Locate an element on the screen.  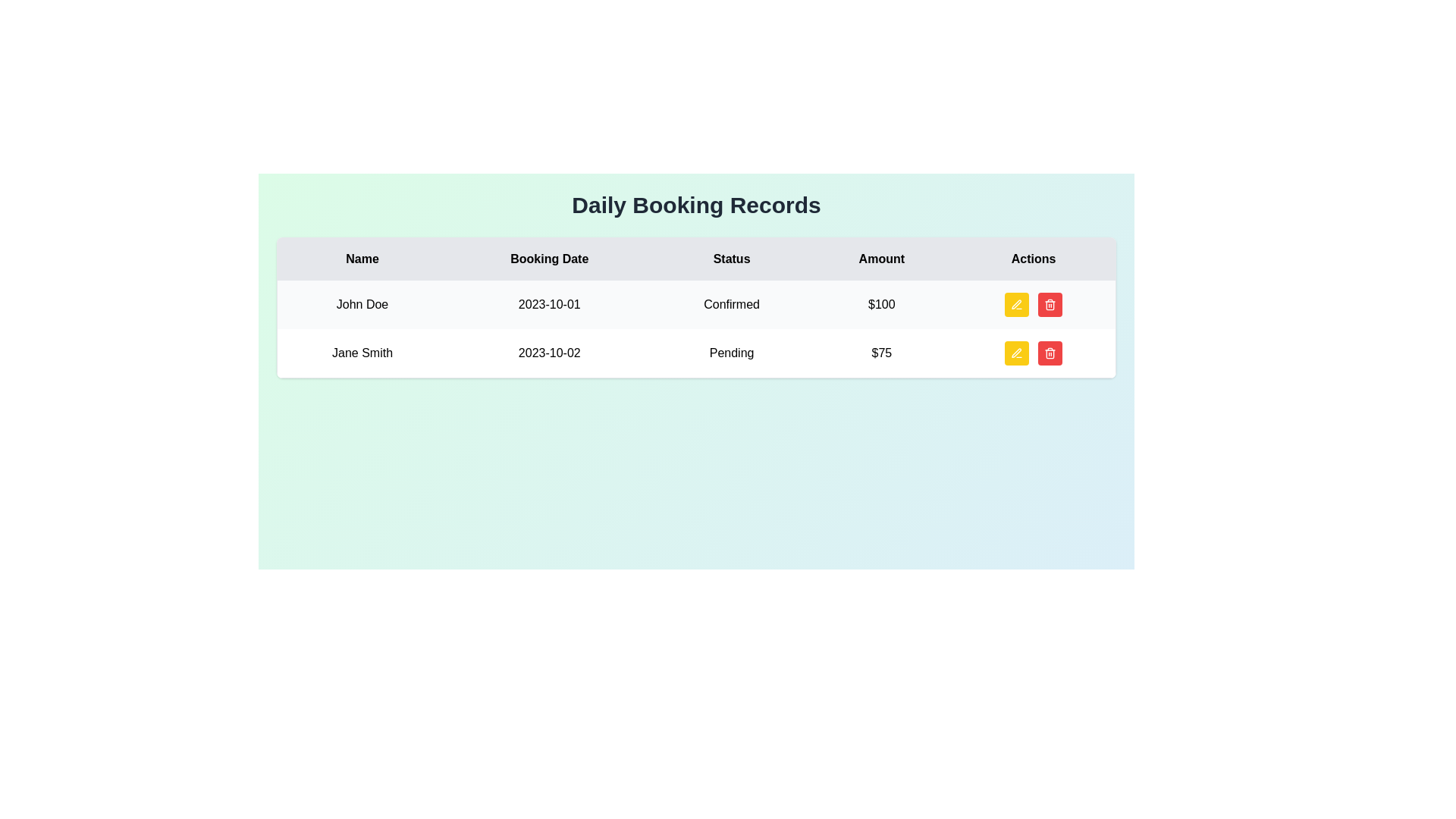
the 'Name' text label located in the top-left portion of the table header, which has a light gray background is located at coordinates (361, 258).